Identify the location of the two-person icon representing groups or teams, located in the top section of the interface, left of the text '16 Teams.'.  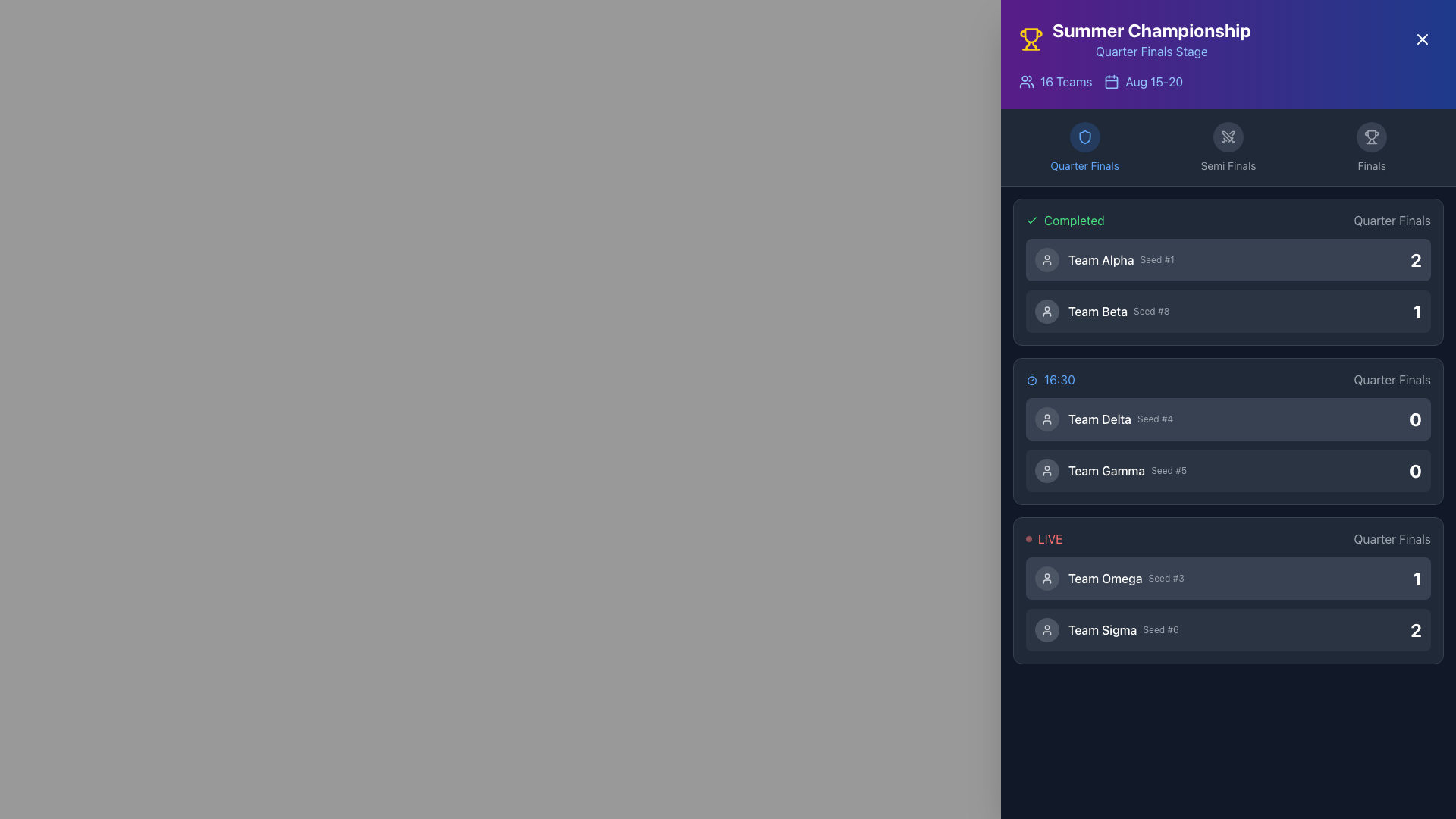
(1026, 82).